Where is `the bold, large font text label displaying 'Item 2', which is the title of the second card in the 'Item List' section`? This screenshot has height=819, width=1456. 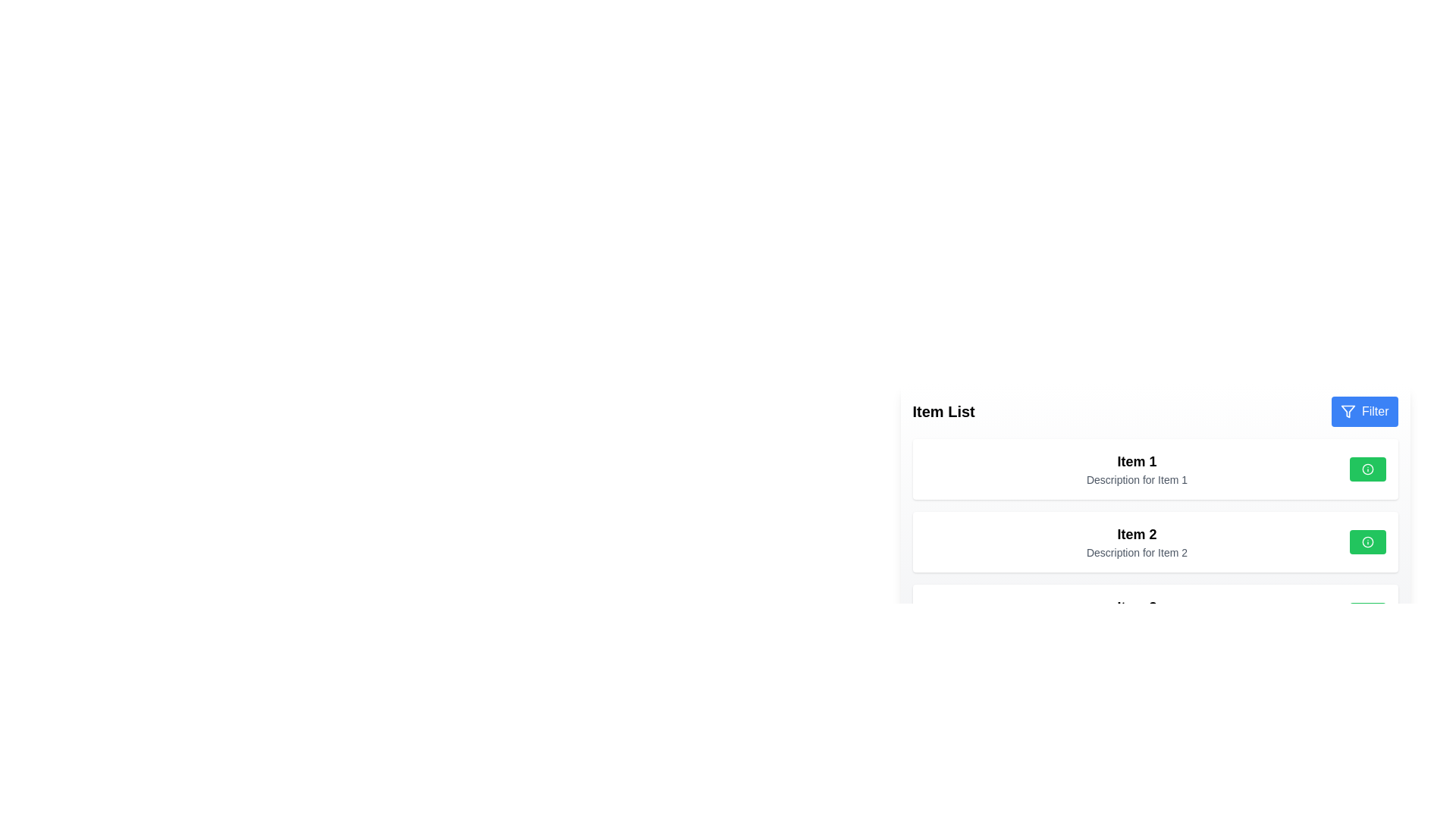 the bold, large font text label displaying 'Item 2', which is the title of the second card in the 'Item List' section is located at coordinates (1137, 534).